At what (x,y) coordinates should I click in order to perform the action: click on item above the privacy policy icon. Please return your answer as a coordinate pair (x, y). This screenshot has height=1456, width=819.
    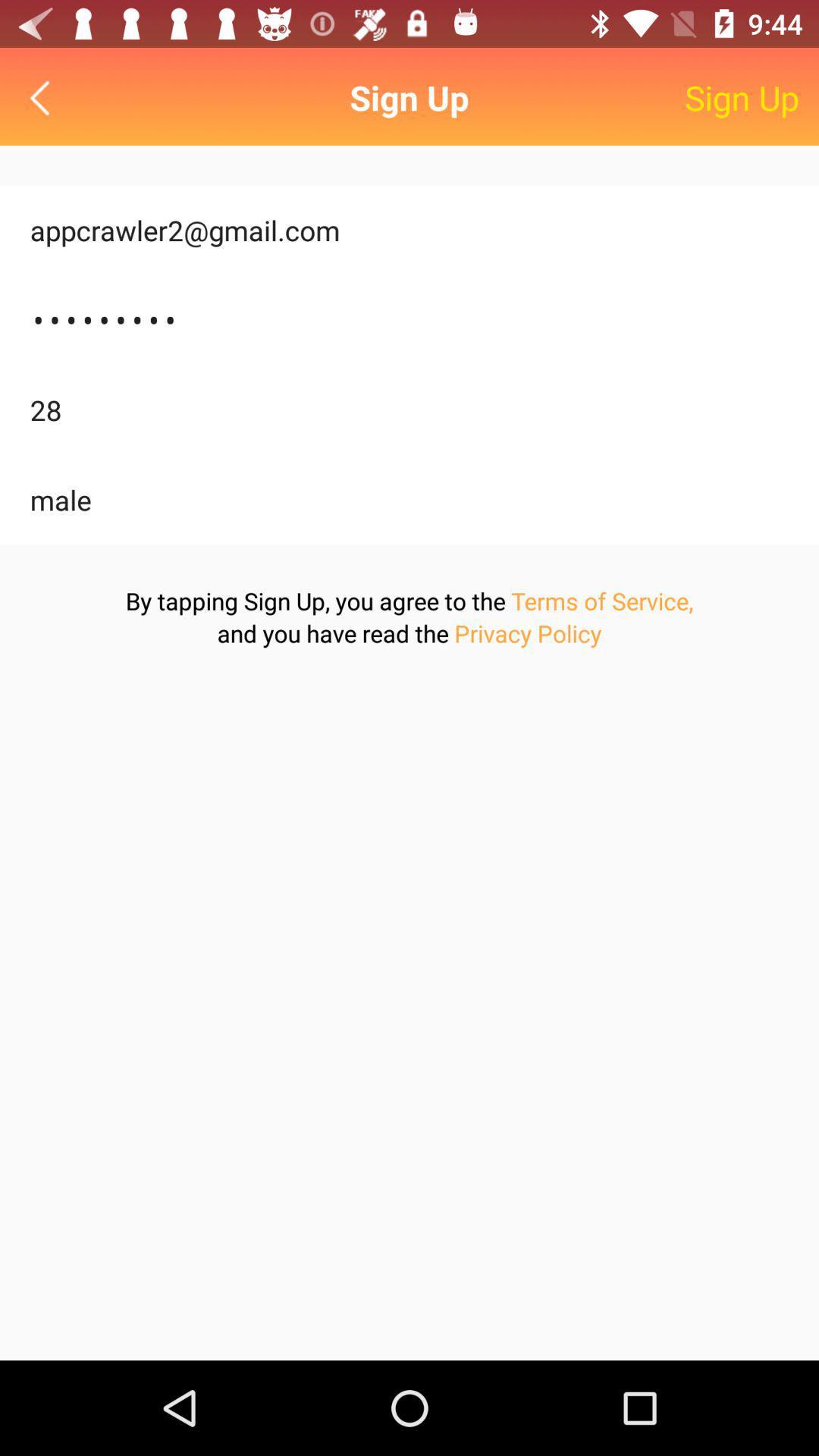
    Looking at the image, I should click on (601, 600).